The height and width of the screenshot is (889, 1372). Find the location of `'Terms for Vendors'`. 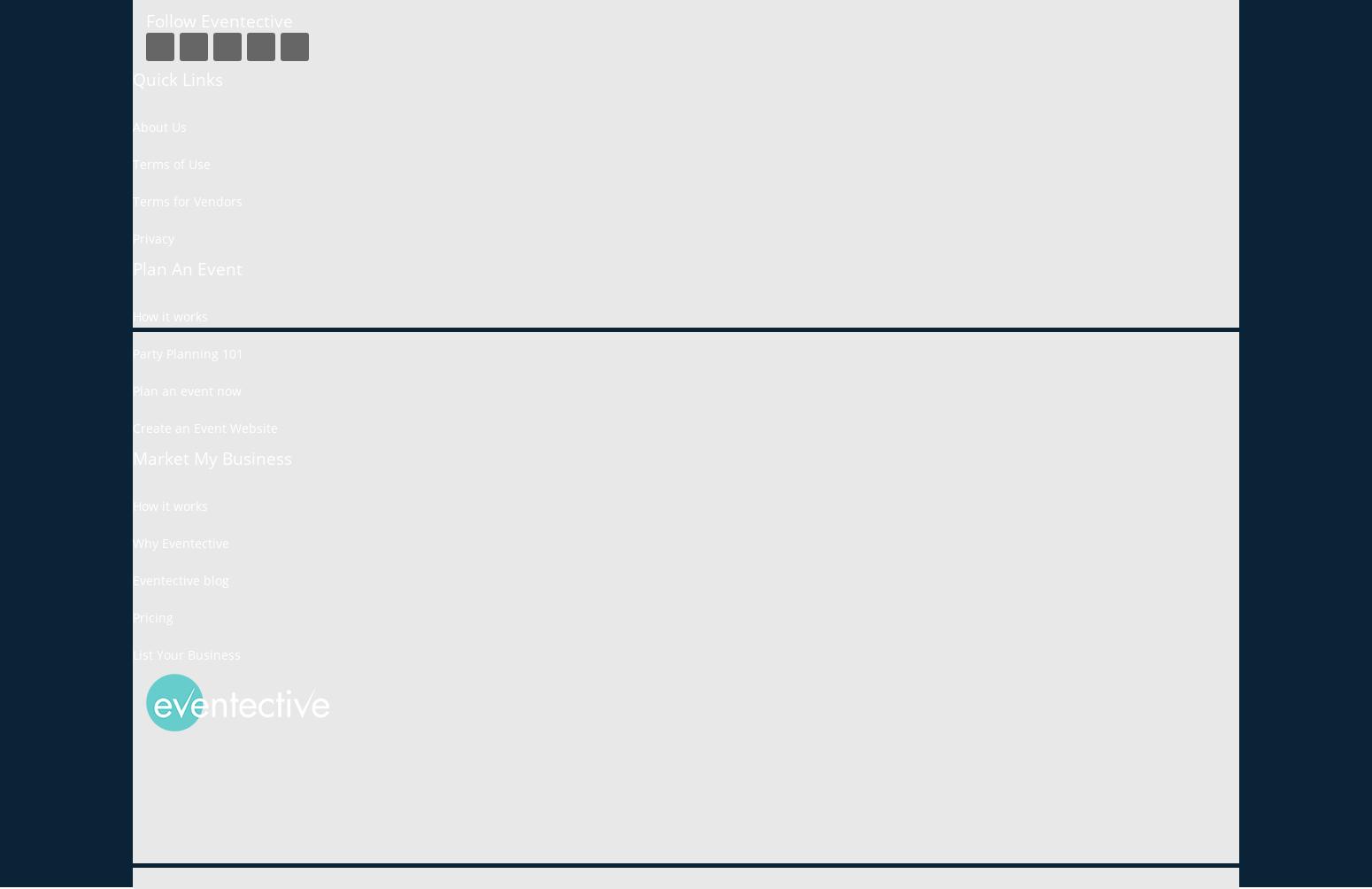

'Terms for Vendors' is located at coordinates (133, 200).